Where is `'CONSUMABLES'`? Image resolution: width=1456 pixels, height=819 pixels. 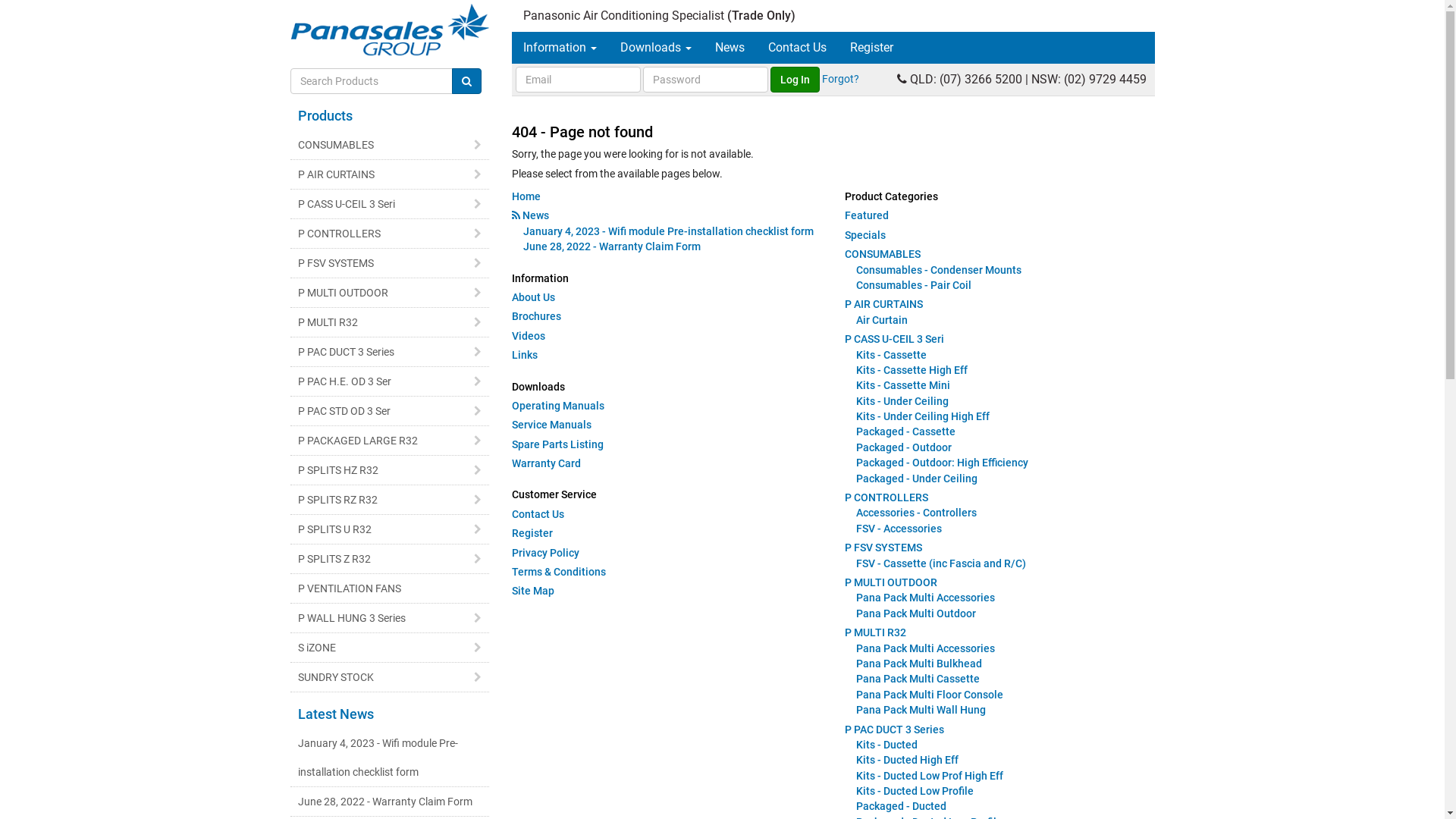 'CONSUMABLES' is located at coordinates (882, 253).